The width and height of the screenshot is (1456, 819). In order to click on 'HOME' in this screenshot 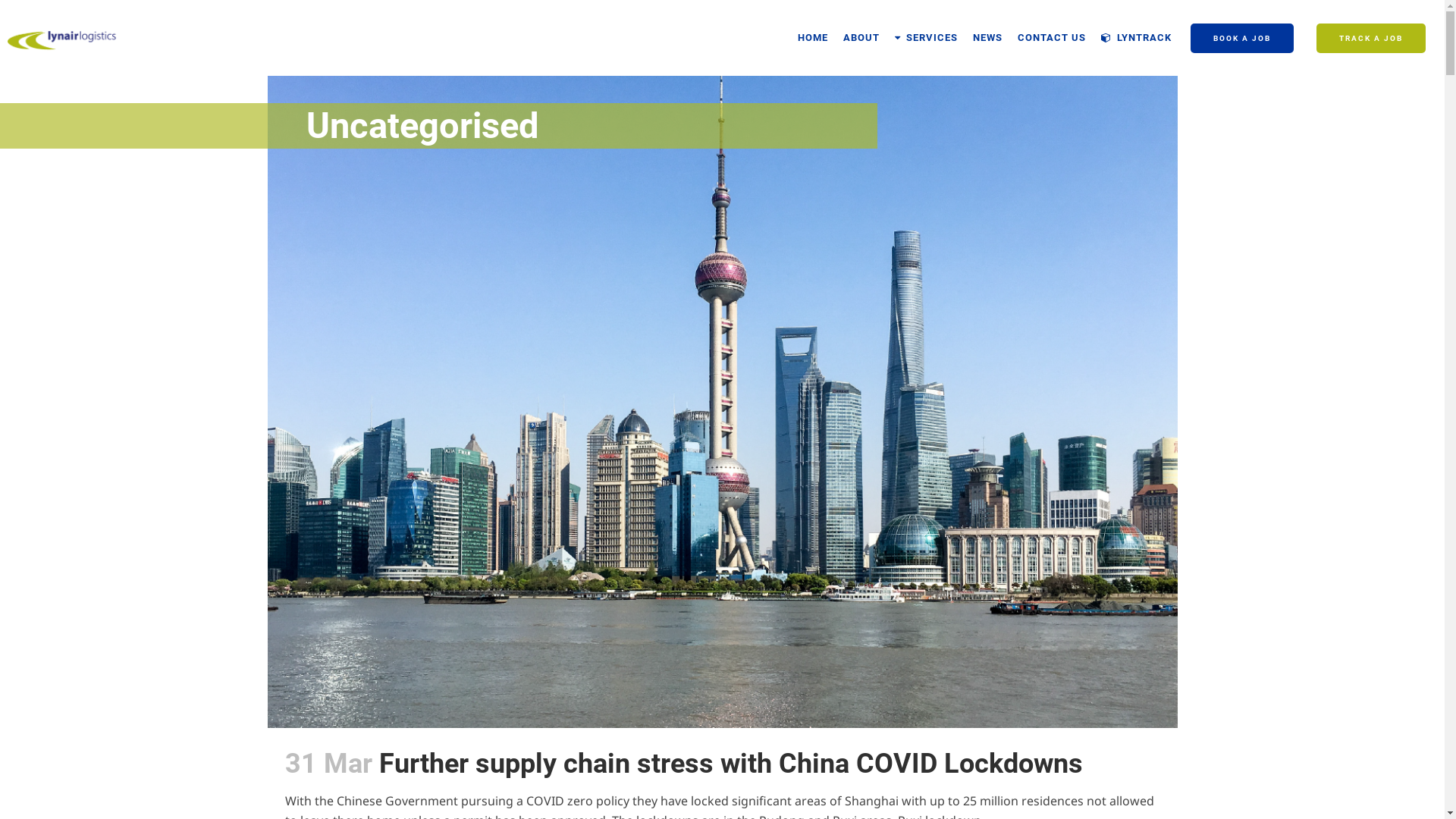, I will do `click(811, 37)`.